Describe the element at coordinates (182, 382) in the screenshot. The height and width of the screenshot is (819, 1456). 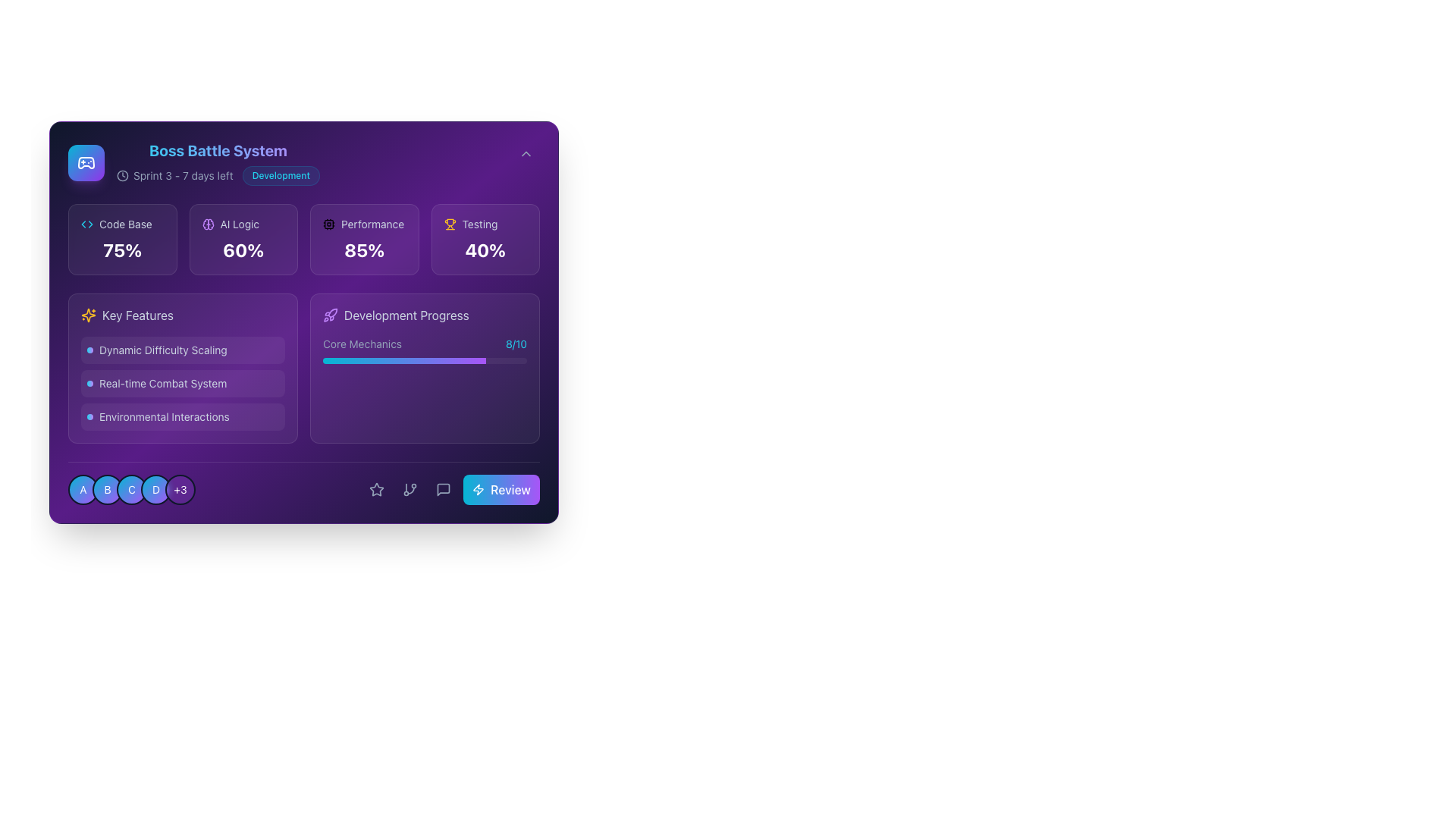
I see `the 'Real-time Combat System' label with decorative icon, which is the second item in the vertical list under the 'Key Features' section, located centrally in the left panel of the interface` at that location.